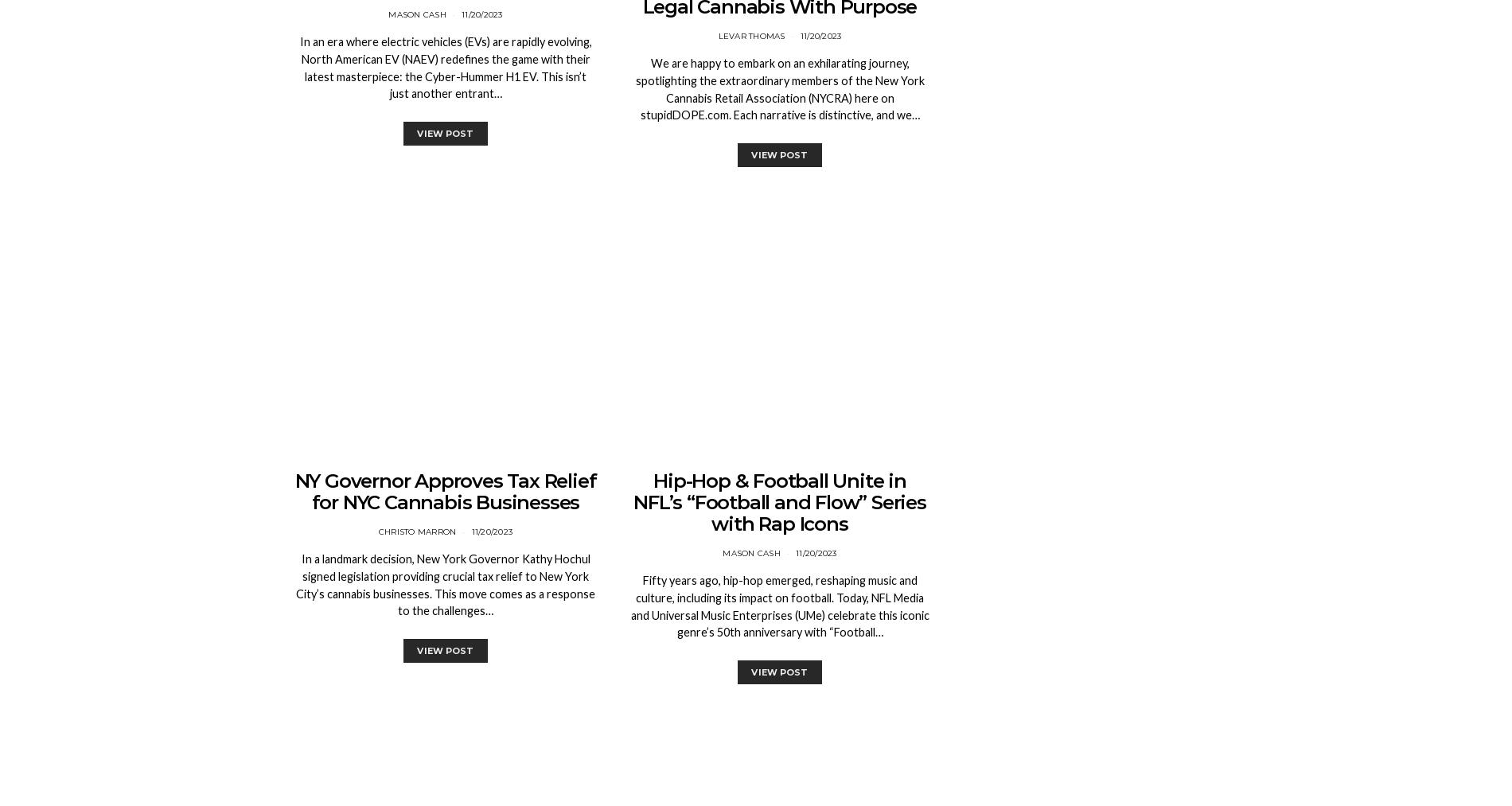  What do you see at coordinates (779, 605) in the screenshot?
I see `'Fifty years ago, hip-hop emerged, reshaping music and culture, including its impact on football. Today, NFL Media and Universal Music Enterprises (UMe) celebrate this iconic genre’s 50th anniversary with “Football…'` at bounding box center [779, 605].